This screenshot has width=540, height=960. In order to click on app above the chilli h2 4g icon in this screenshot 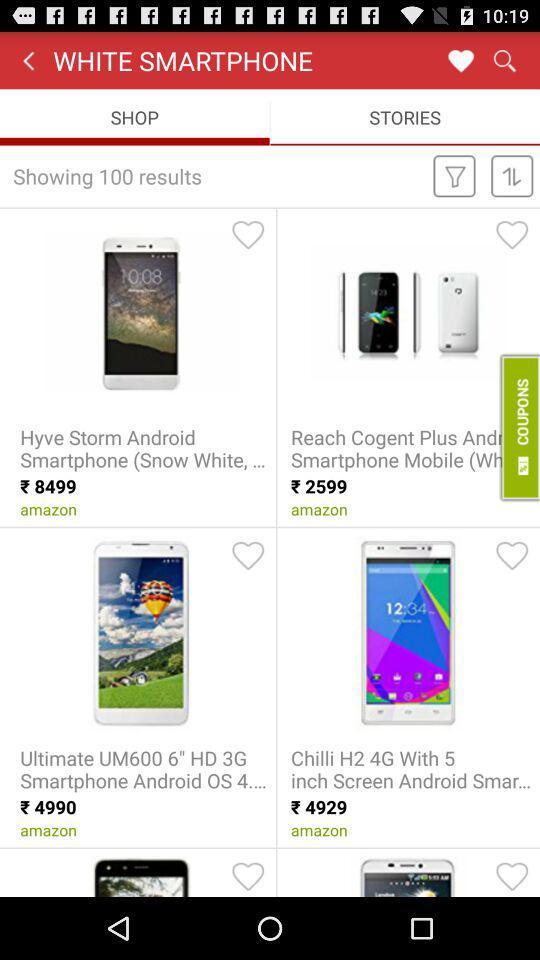, I will do `click(512, 555)`.